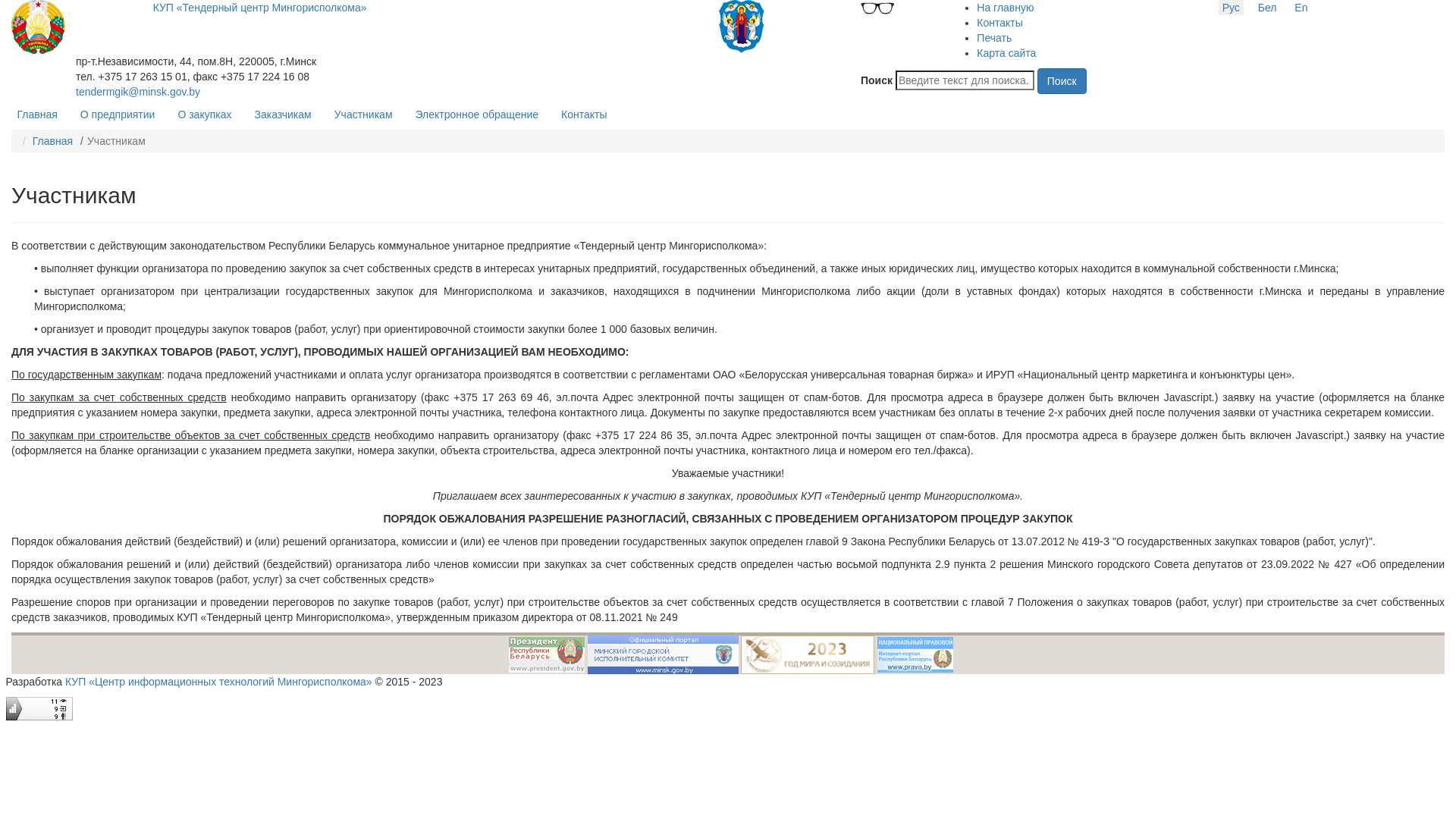 This screenshot has width=1456, height=819. Describe the element at coordinates (138, 91) in the screenshot. I see `'tendermgik@minsk.gov.by'` at that location.